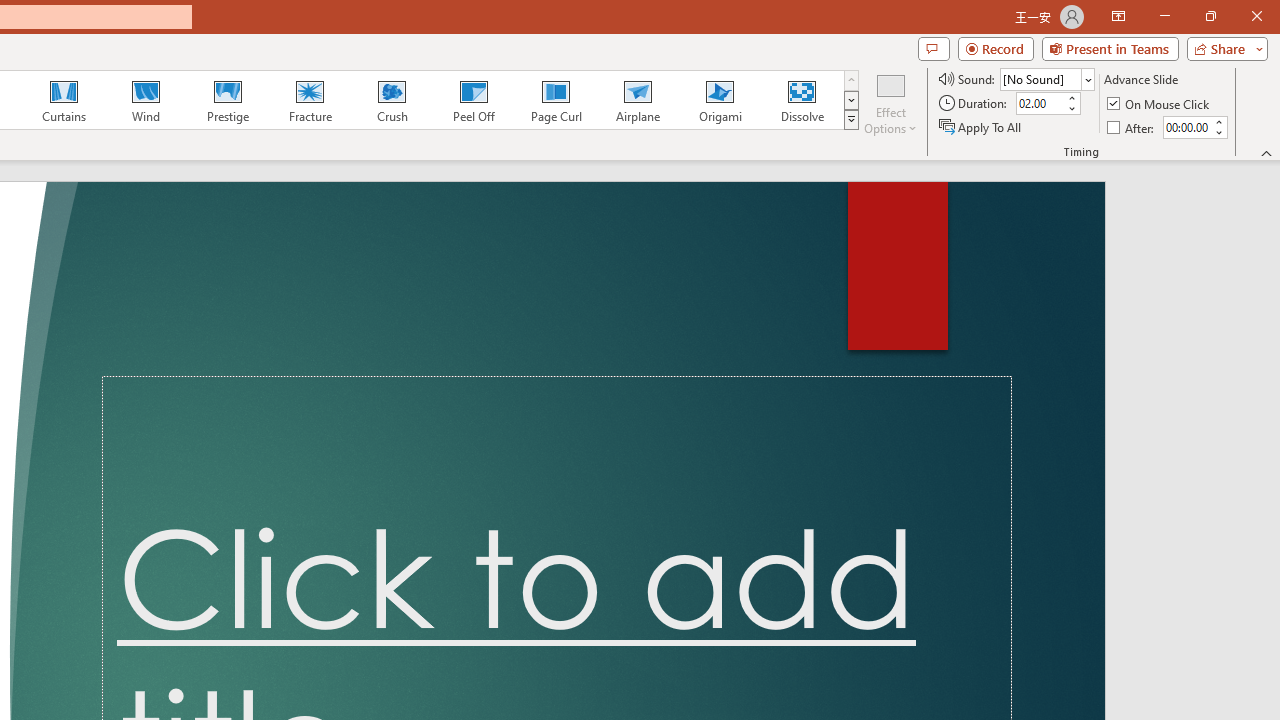  What do you see at coordinates (64, 100) in the screenshot?
I see `'Curtains'` at bounding box center [64, 100].